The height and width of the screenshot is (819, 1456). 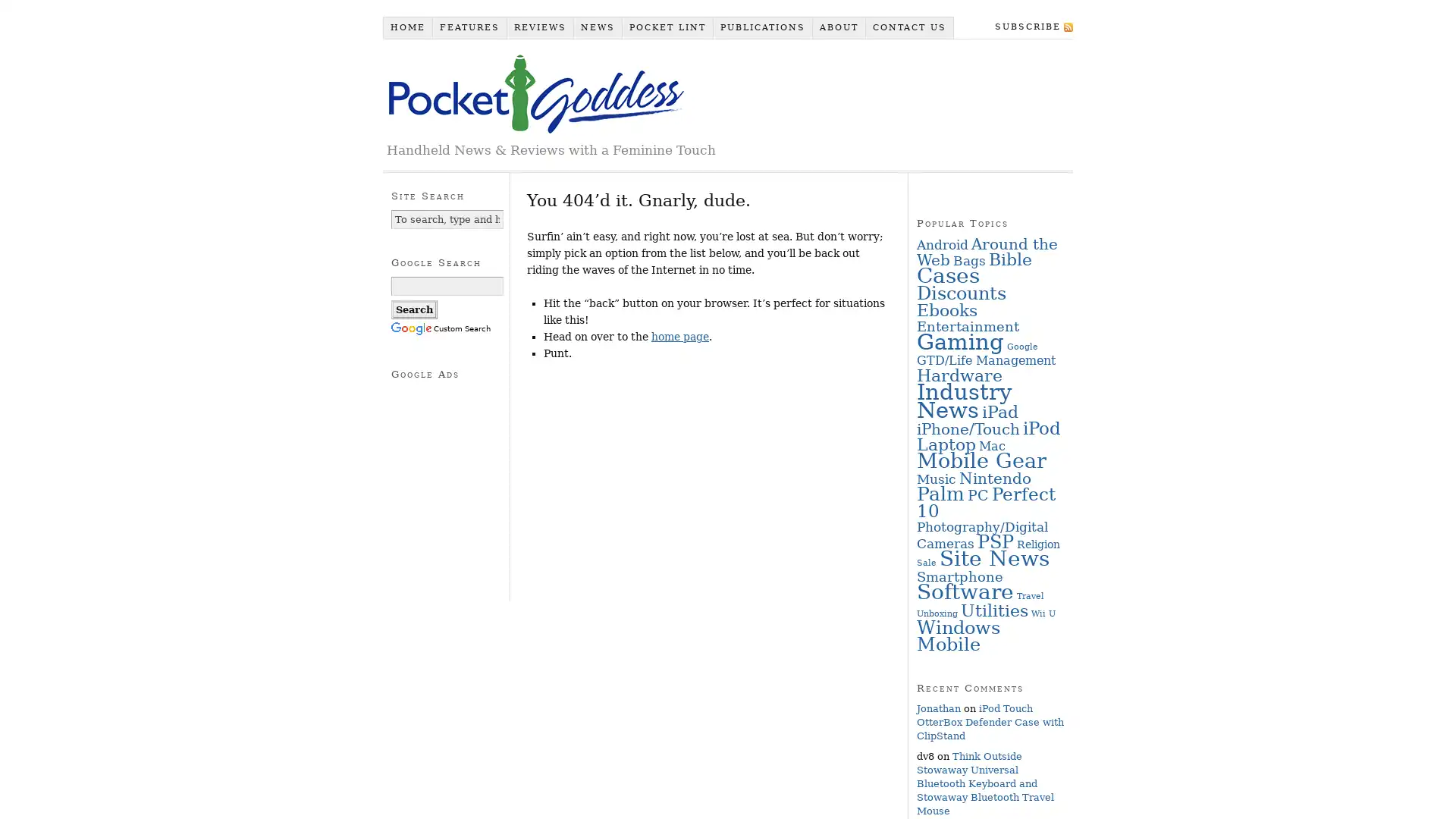 What do you see at coordinates (414, 309) in the screenshot?
I see `Search` at bounding box center [414, 309].